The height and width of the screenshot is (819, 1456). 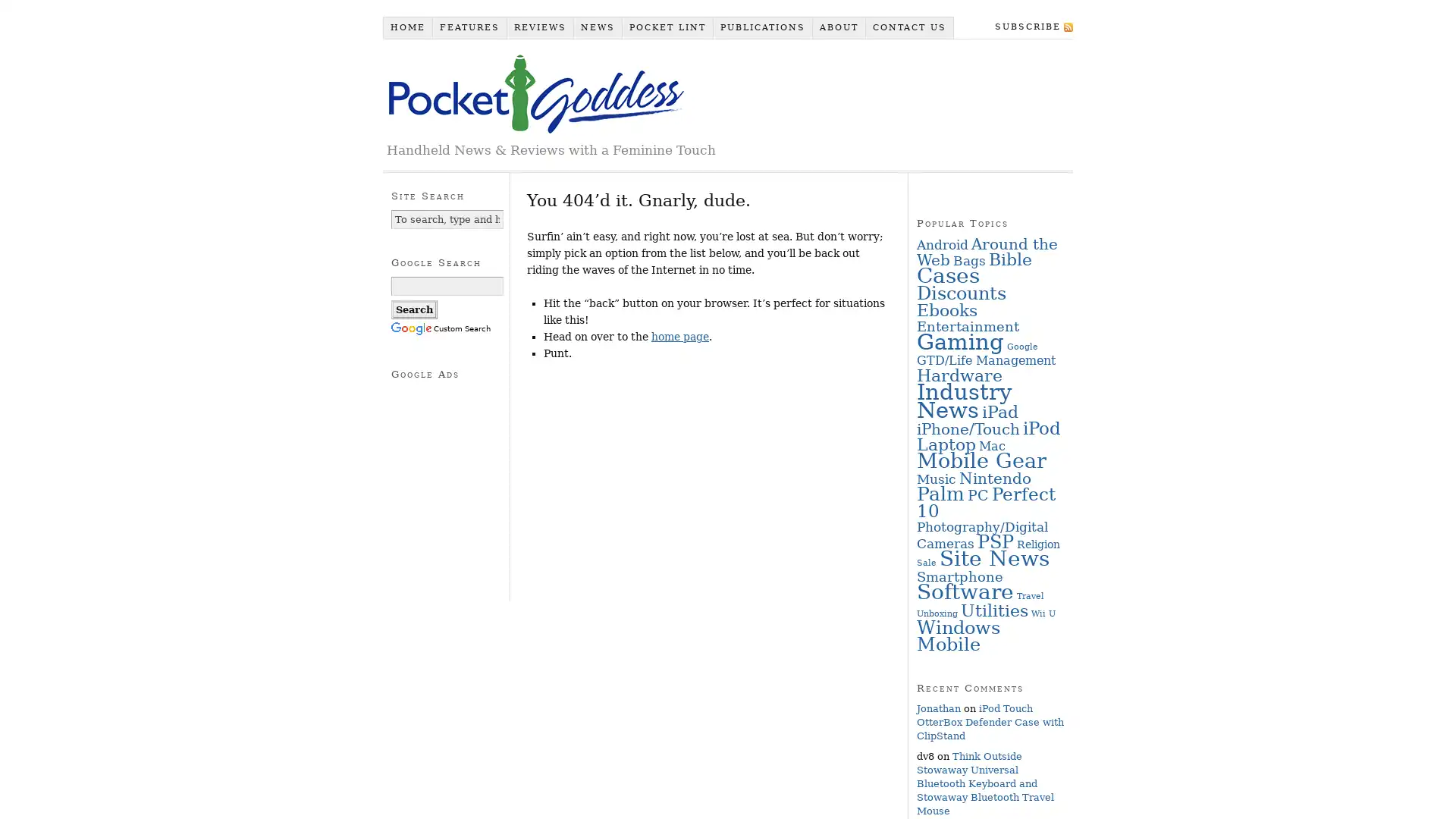 What do you see at coordinates (414, 309) in the screenshot?
I see `Search` at bounding box center [414, 309].